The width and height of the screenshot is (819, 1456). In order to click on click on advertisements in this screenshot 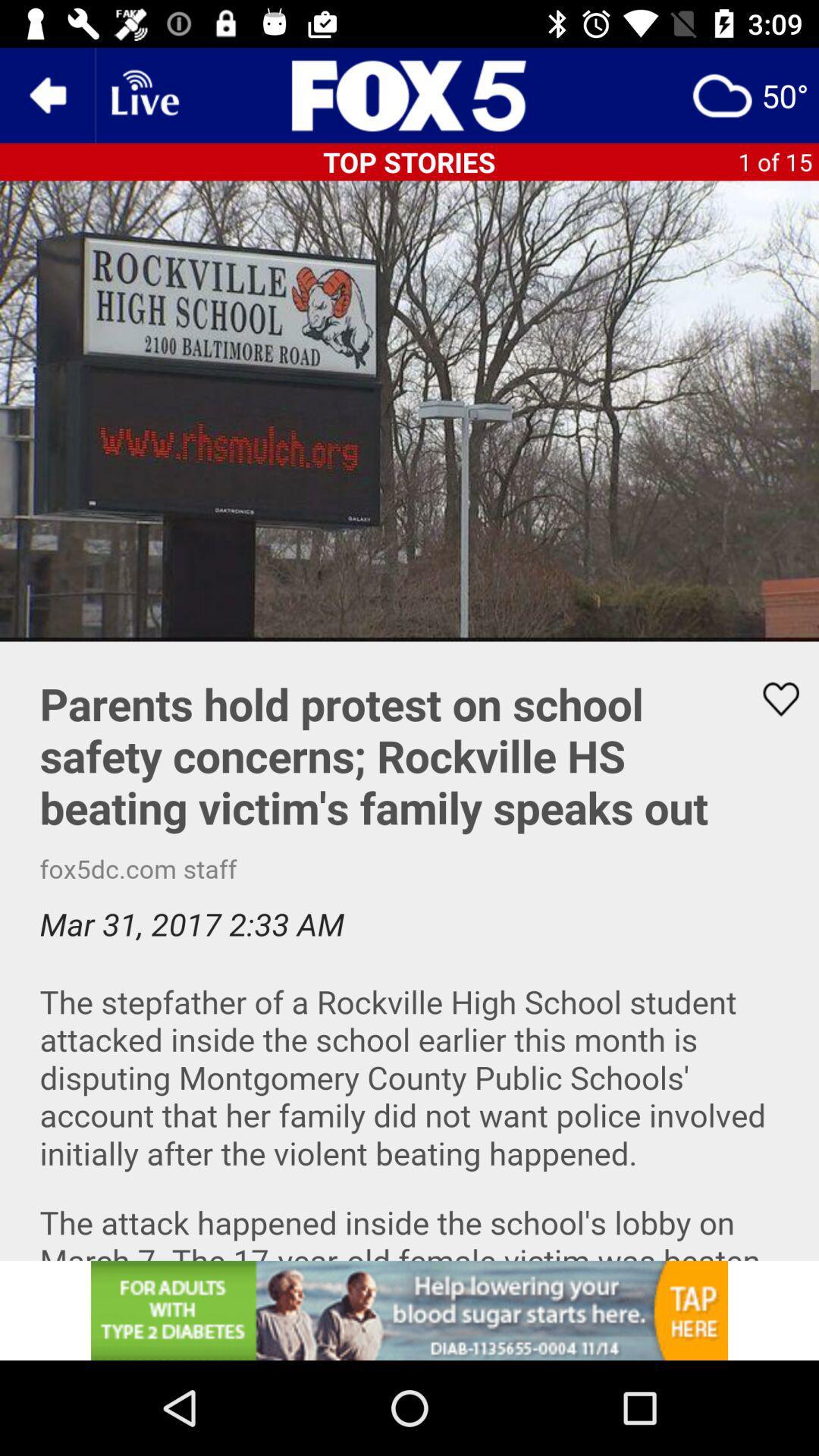, I will do `click(409, 1310)`.